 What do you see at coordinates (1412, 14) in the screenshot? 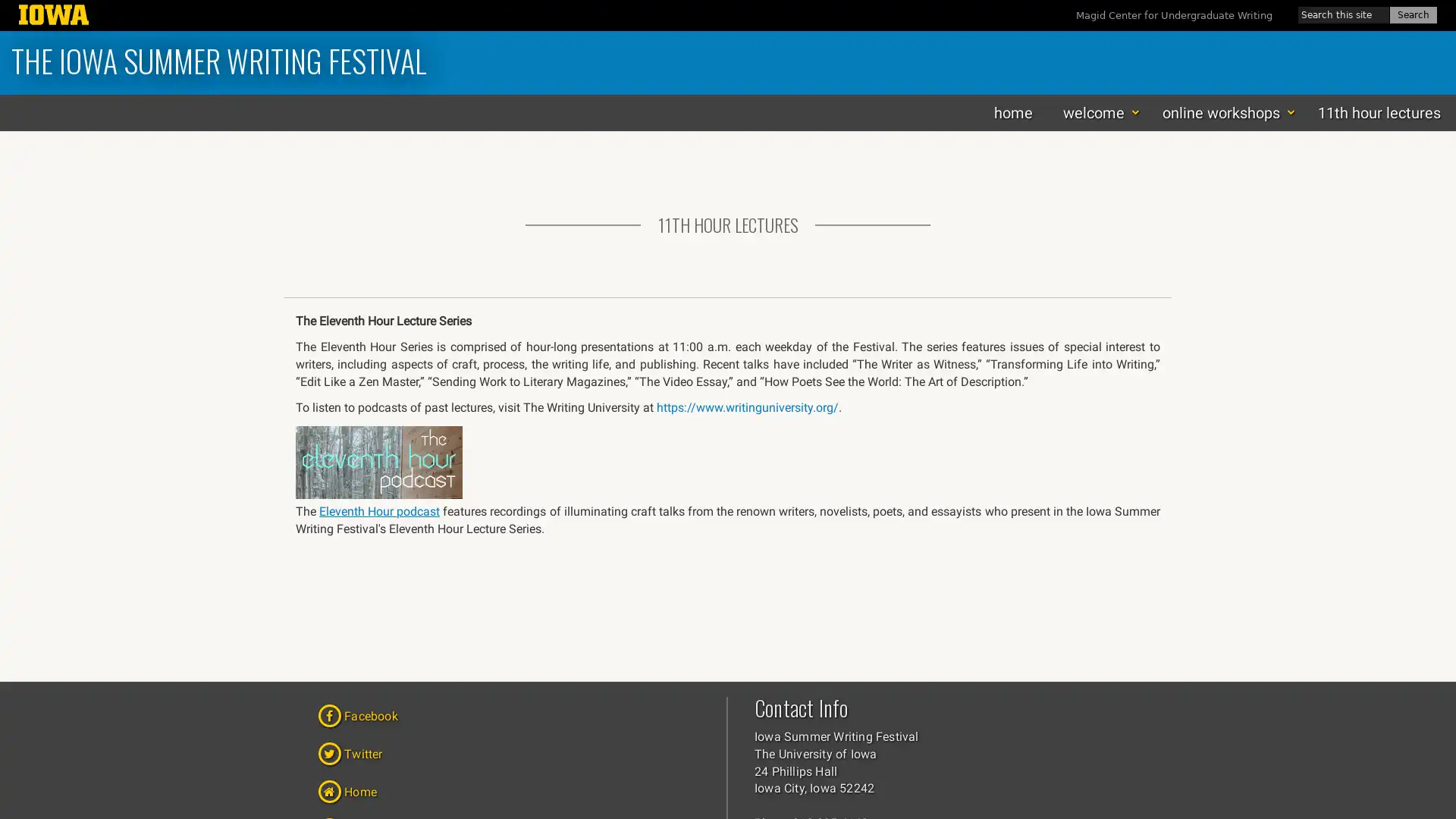
I see `Search` at bounding box center [1412, 14].